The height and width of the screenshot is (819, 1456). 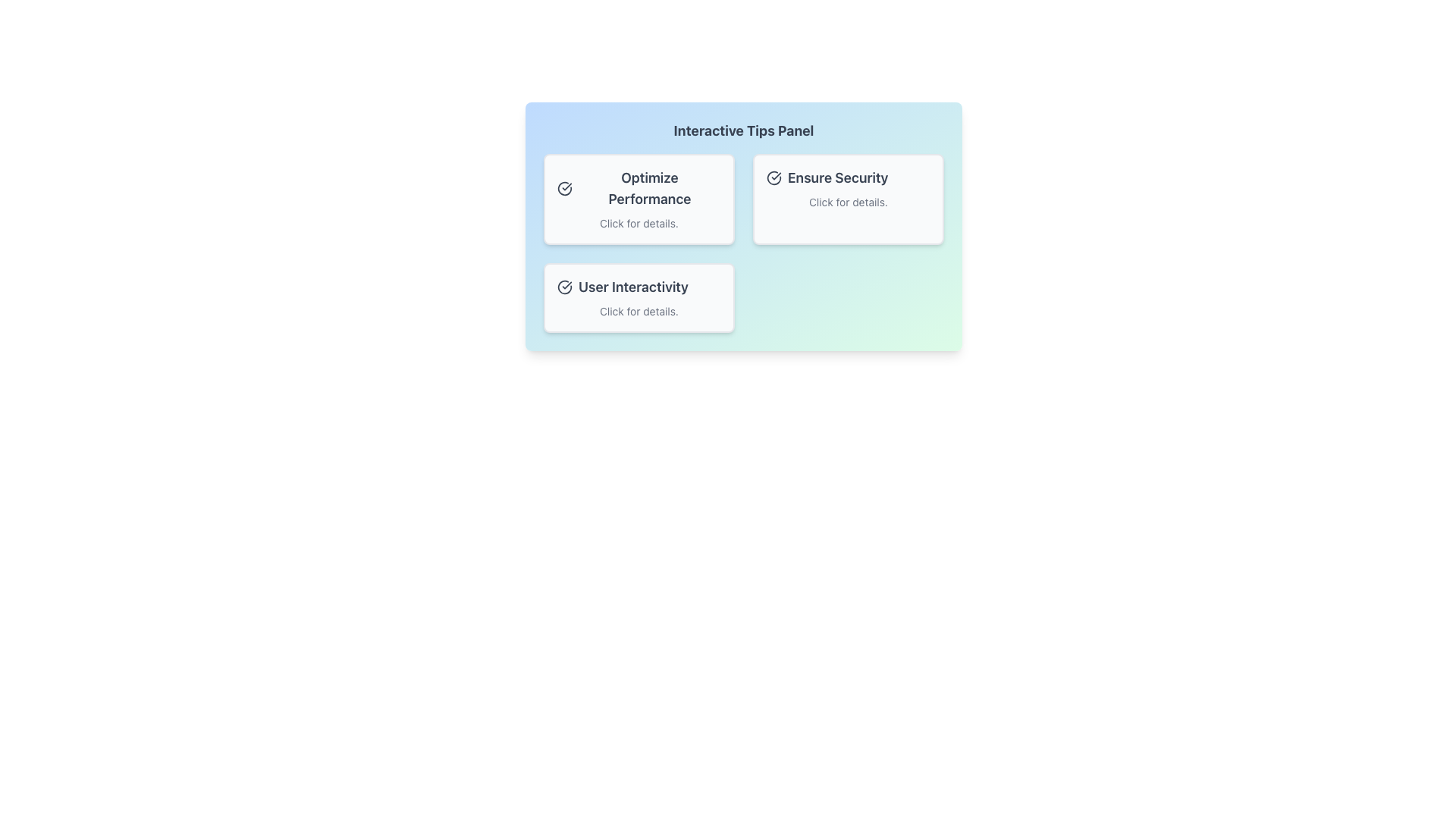 I want to click on the Text Label indicating 'Optimize Performance' located in the top-left card of a 2x2 grid layout, so click(x=639, y=188).